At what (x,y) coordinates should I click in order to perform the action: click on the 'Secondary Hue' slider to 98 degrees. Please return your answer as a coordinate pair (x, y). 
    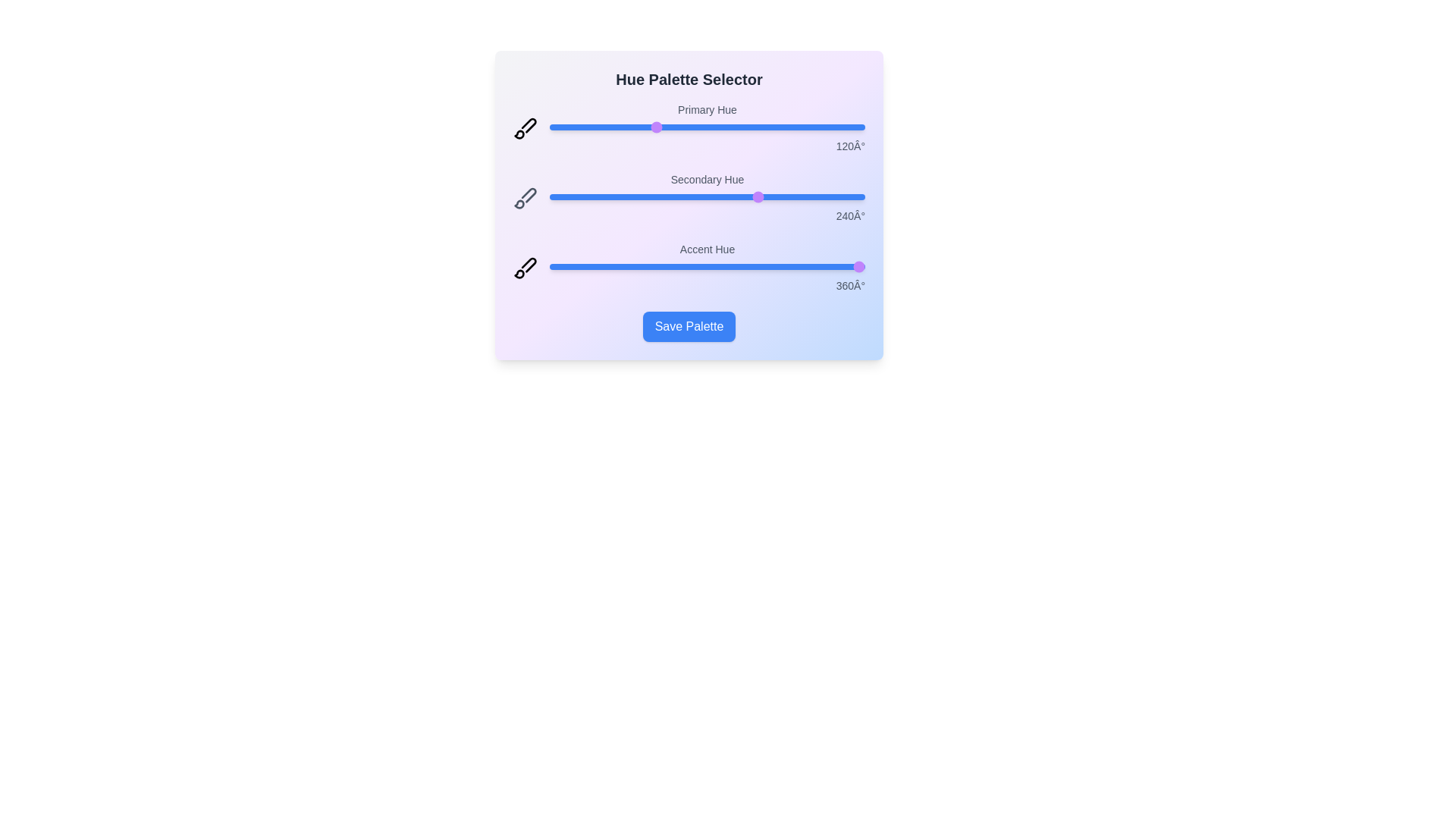
    Looking at the image, I should click on (635, 196).